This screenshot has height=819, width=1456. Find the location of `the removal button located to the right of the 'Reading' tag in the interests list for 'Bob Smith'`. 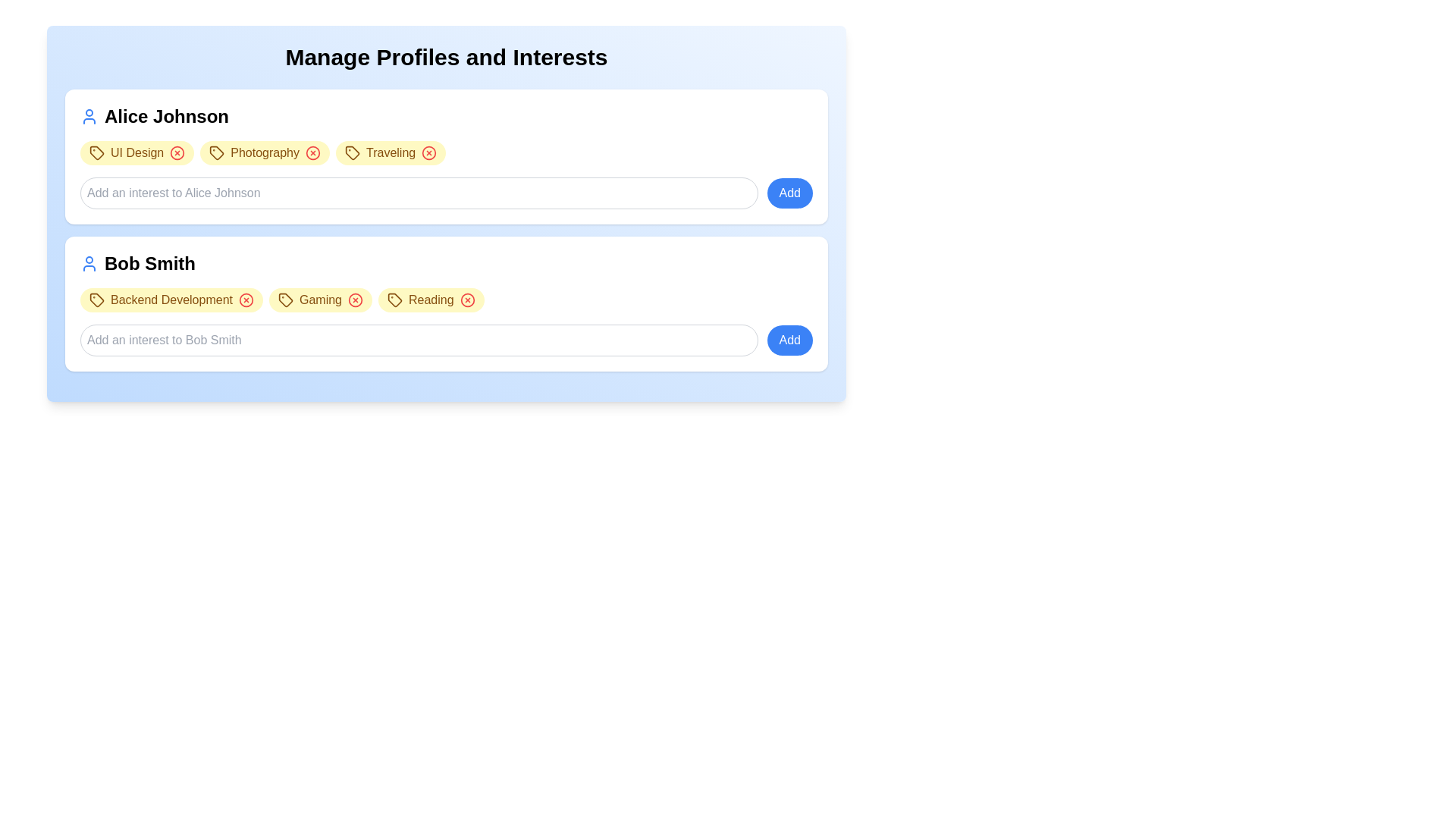

the removal button located to the right of the 'Reading' tag in the interests list for 'Bob Smith' is located at coordinates (466, 300).